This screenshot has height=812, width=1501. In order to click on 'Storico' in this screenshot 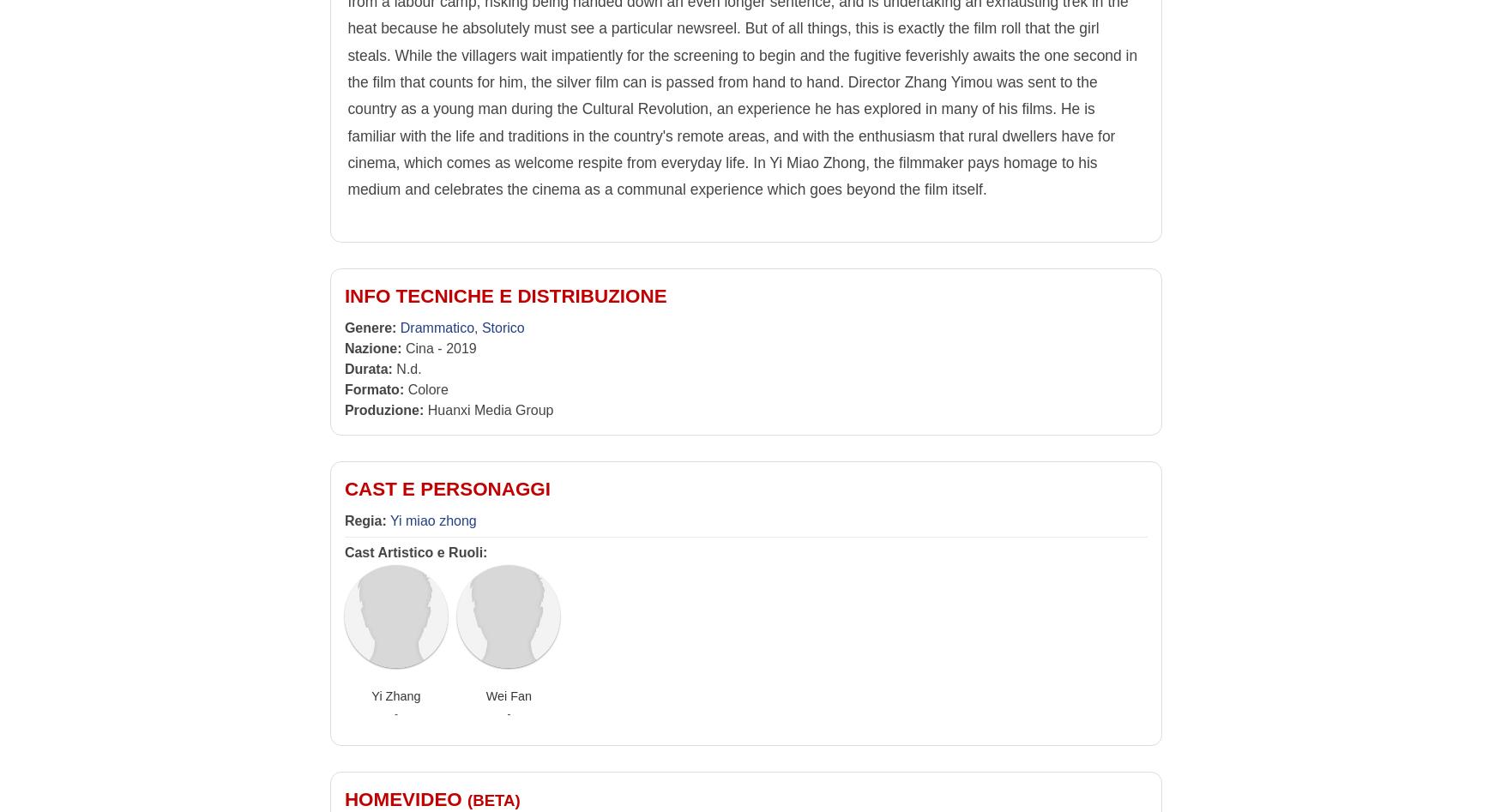, I will do `click(503, 328)`.